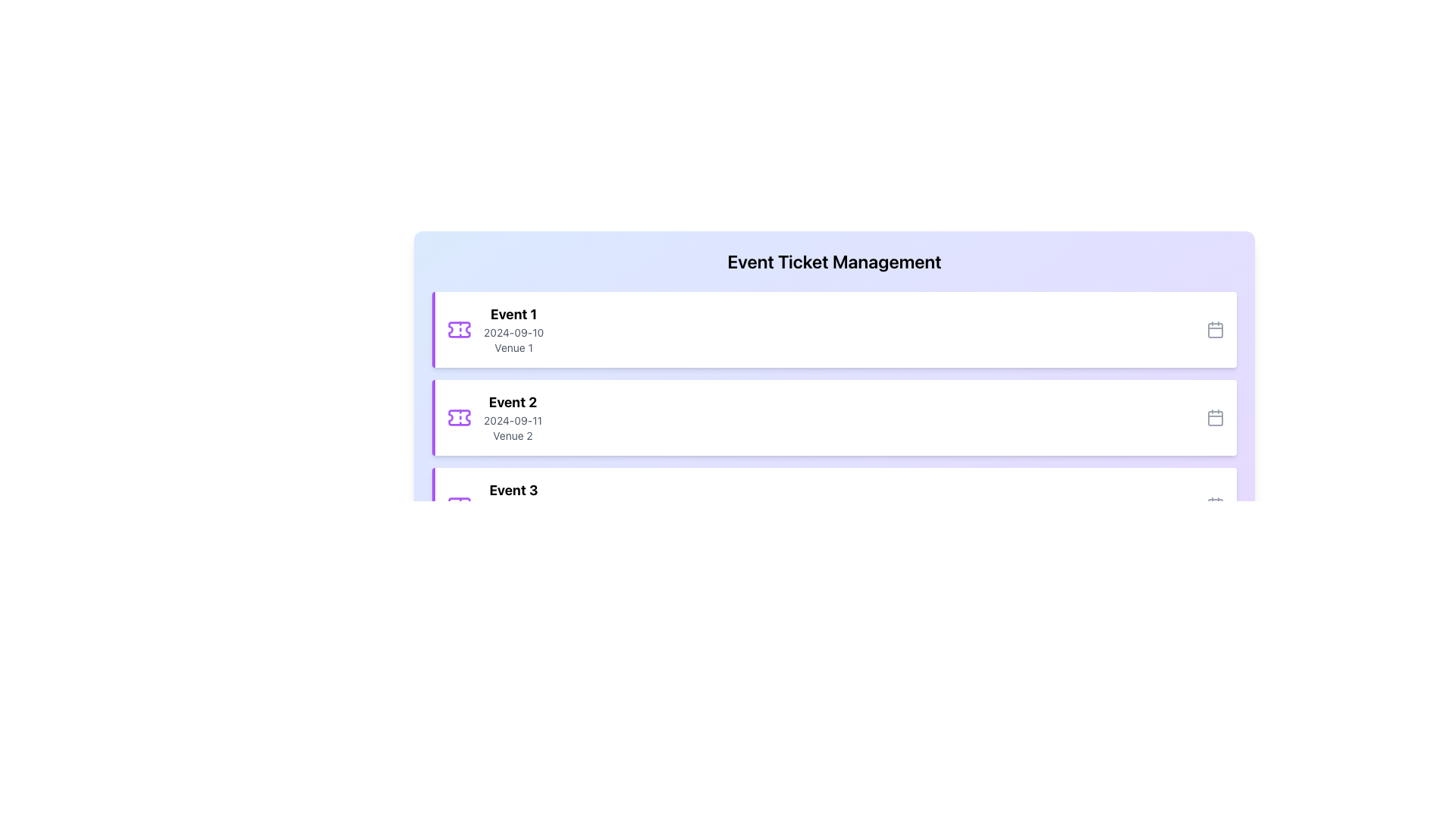 This screenshot has width=1456, height=819. I want to click on the small gray text label displaying the date '2024-09-11', which is positioned between 'Event 2' and 'Venue 2' in the vertical stack of event details, so click(513, 421).